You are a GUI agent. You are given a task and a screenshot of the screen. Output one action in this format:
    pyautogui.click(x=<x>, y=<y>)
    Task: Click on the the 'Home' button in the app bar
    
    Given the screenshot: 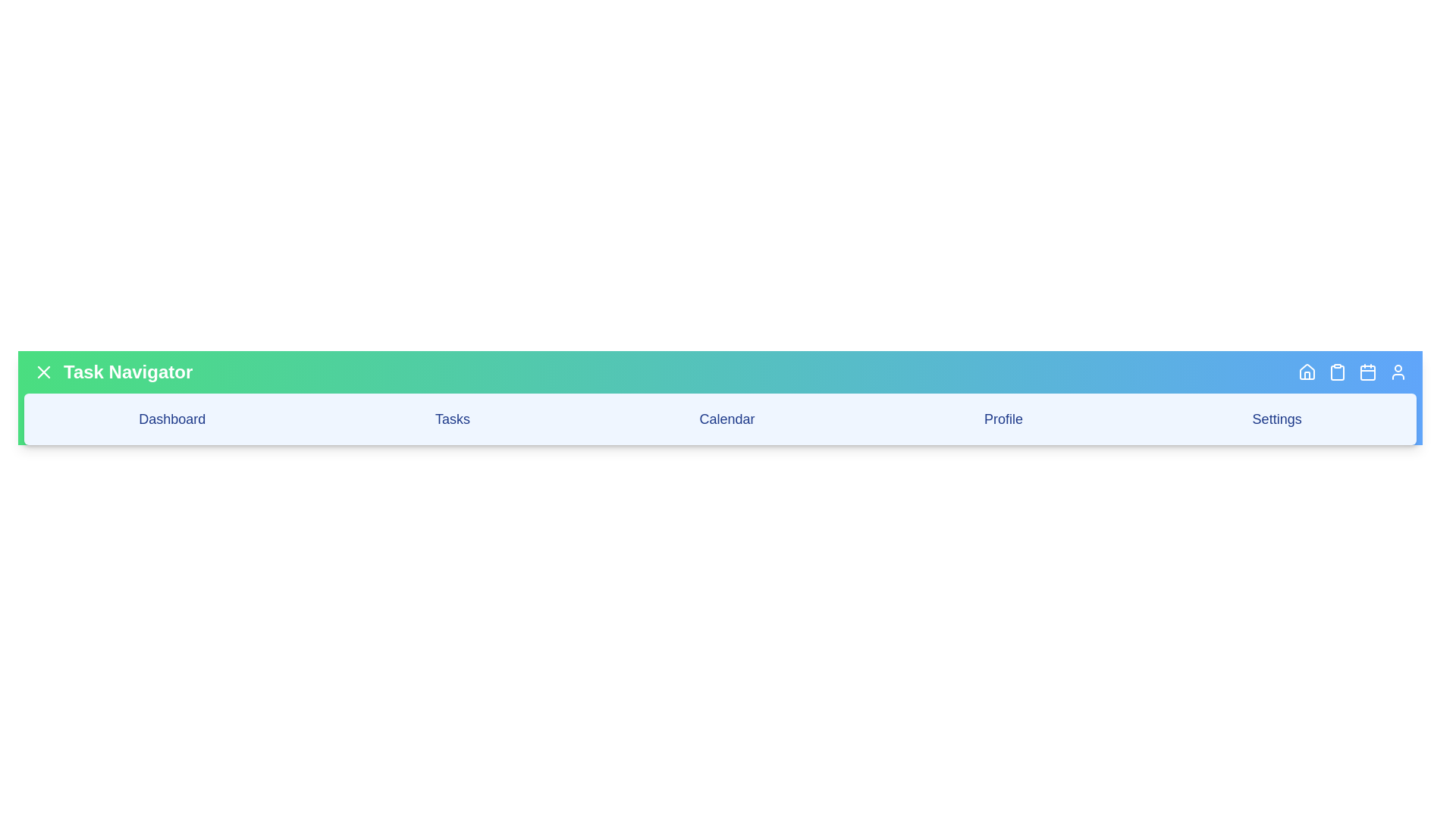 What is the action you would take?
    pyautogui.click(x=1306, y=372)
    